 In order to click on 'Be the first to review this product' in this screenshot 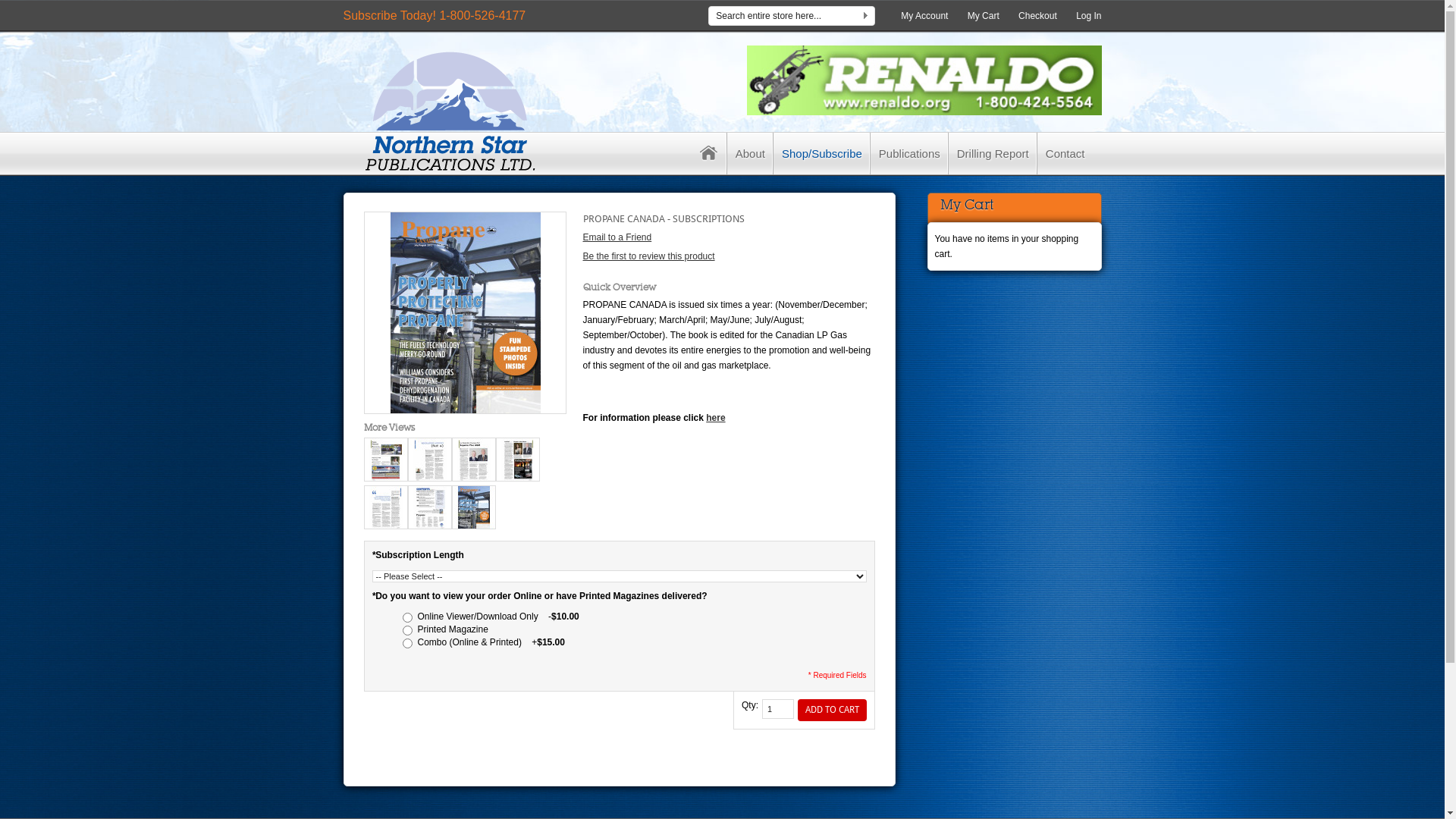, I will do `click(648, 256)`.